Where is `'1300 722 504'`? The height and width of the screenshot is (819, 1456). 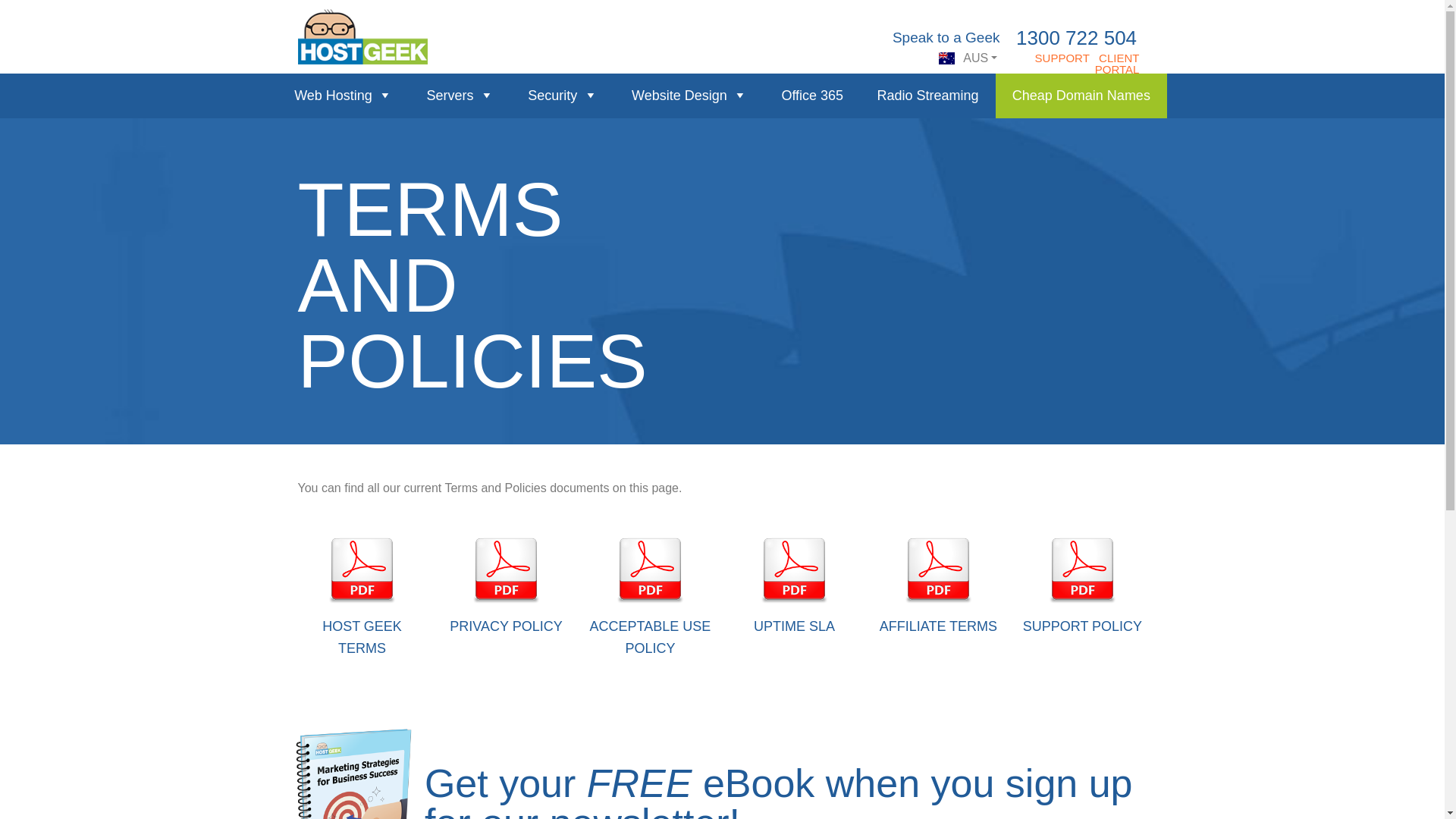
'1300 722 504' is located at coordinates (1075, 37).